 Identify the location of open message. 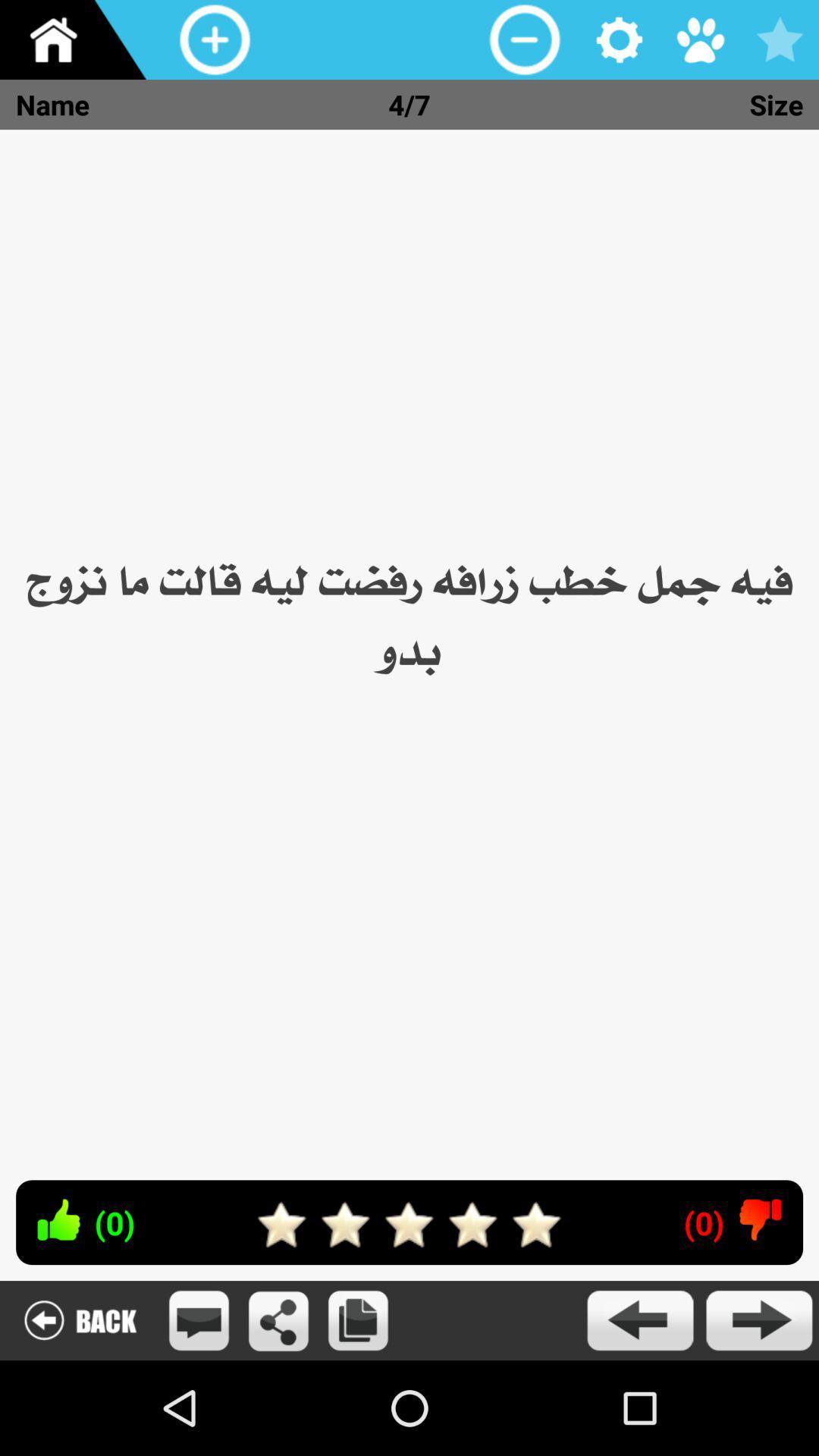
(198, 1319).